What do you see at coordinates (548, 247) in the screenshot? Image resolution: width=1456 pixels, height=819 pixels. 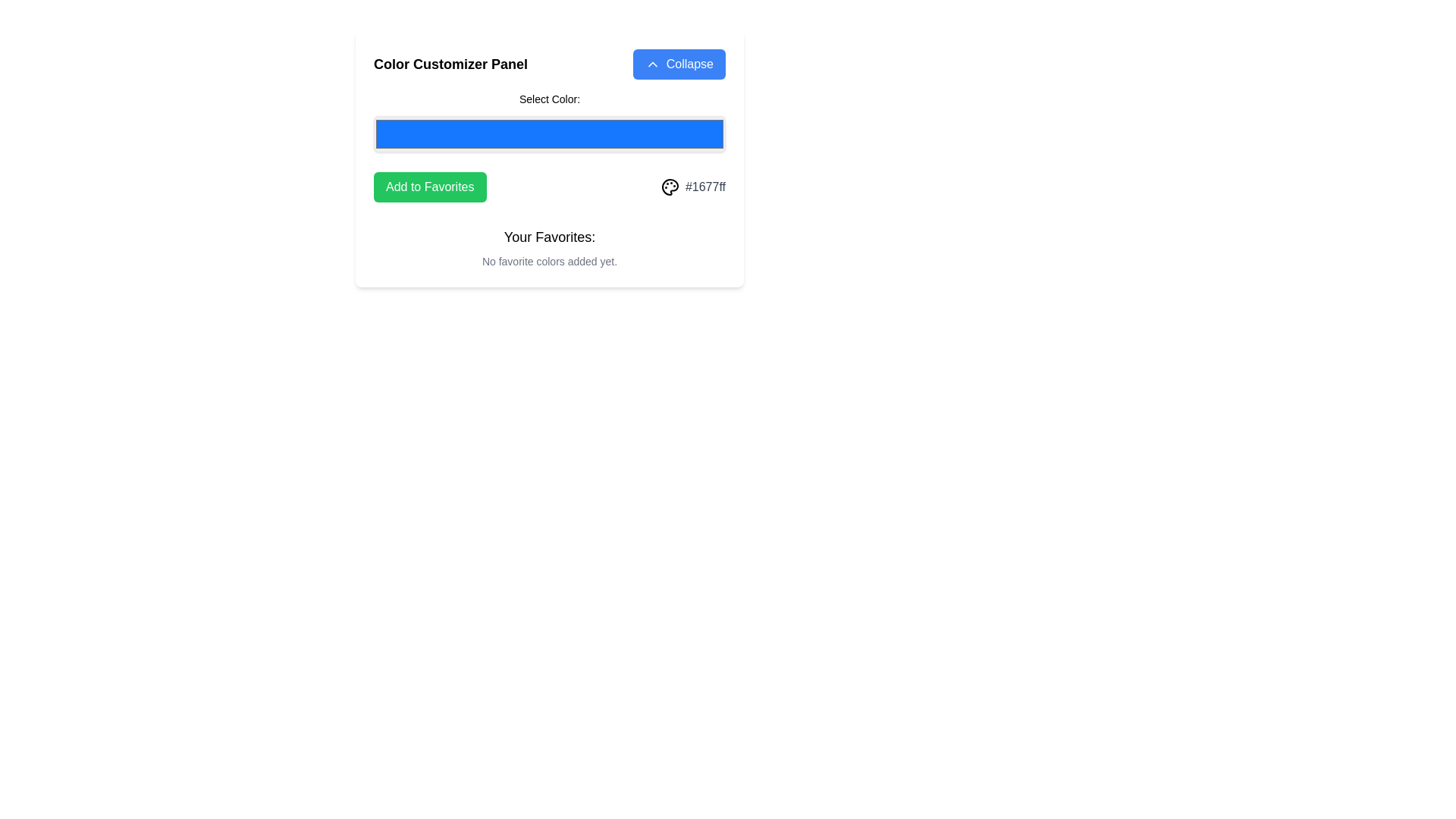 I see `information displayed by the Text Label 'Your Favorites:' and 'No favorite colors added yet.' located in the Color Customizer Panel` at bounding box center [548, 247].